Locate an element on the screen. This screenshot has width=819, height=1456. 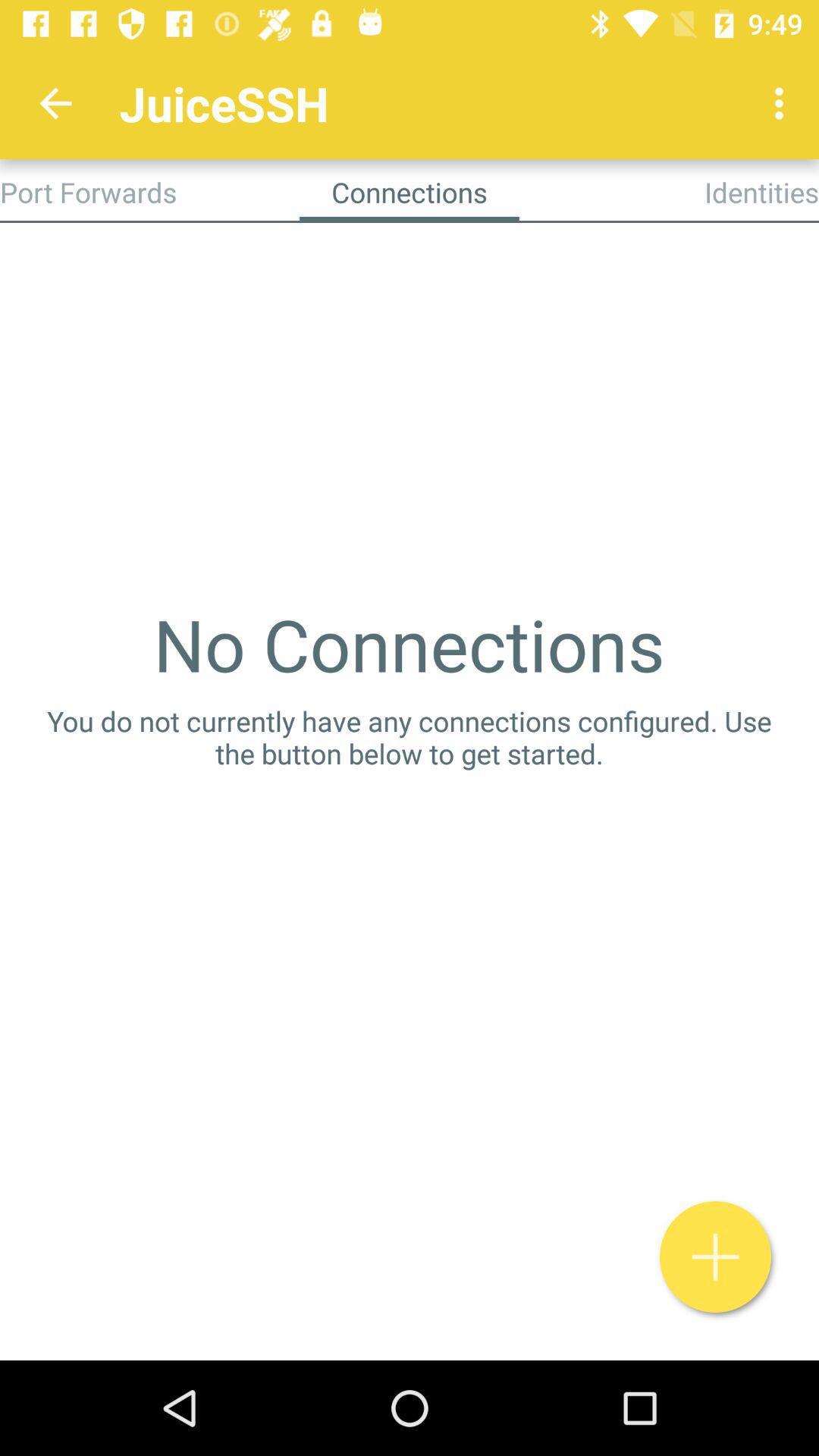
the item above identities is located at coordinates (783, 102).